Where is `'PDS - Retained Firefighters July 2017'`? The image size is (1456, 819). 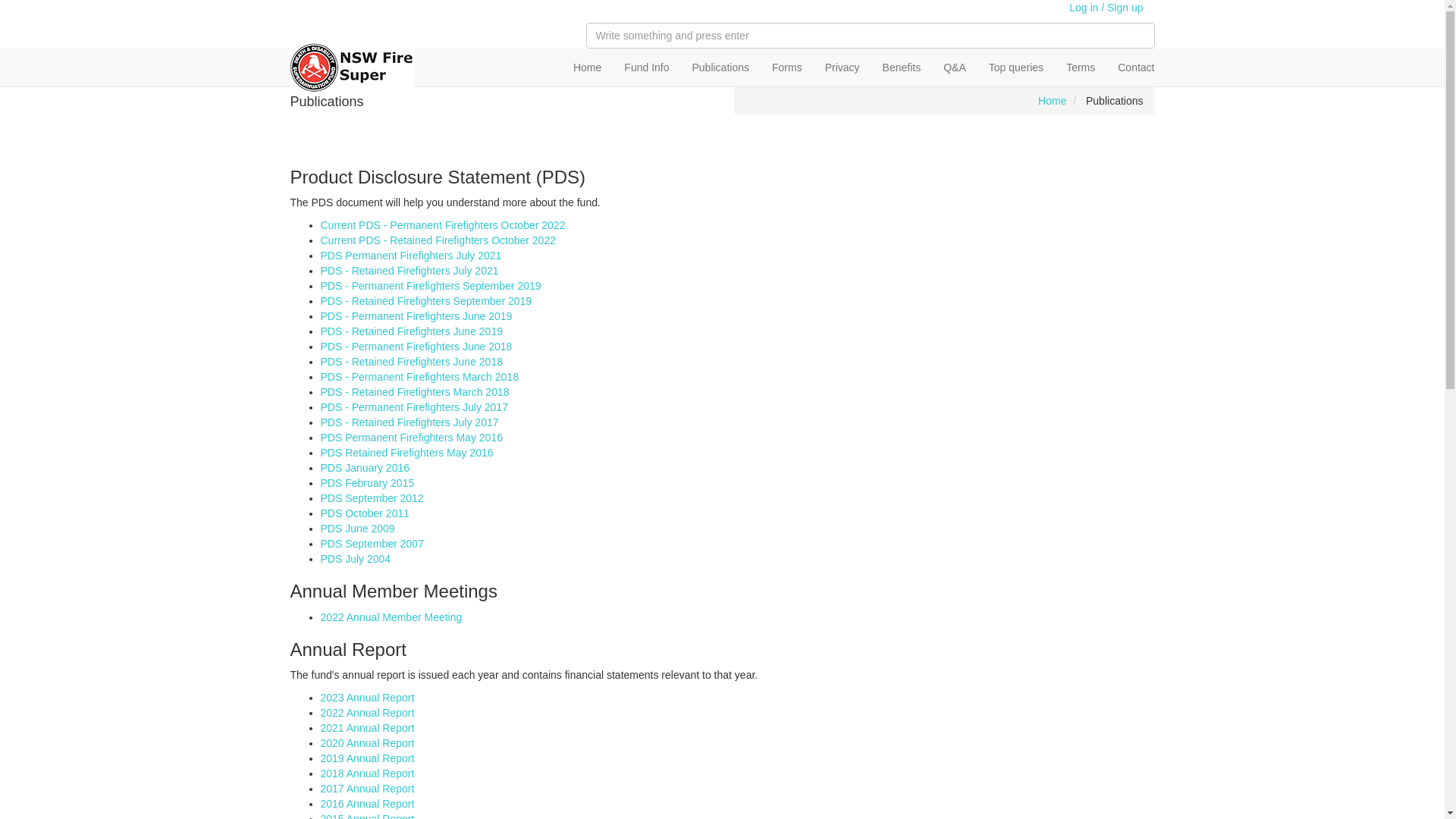 'PDS - Retained Firefighters July 2017' is located at coordinates (319, 422).